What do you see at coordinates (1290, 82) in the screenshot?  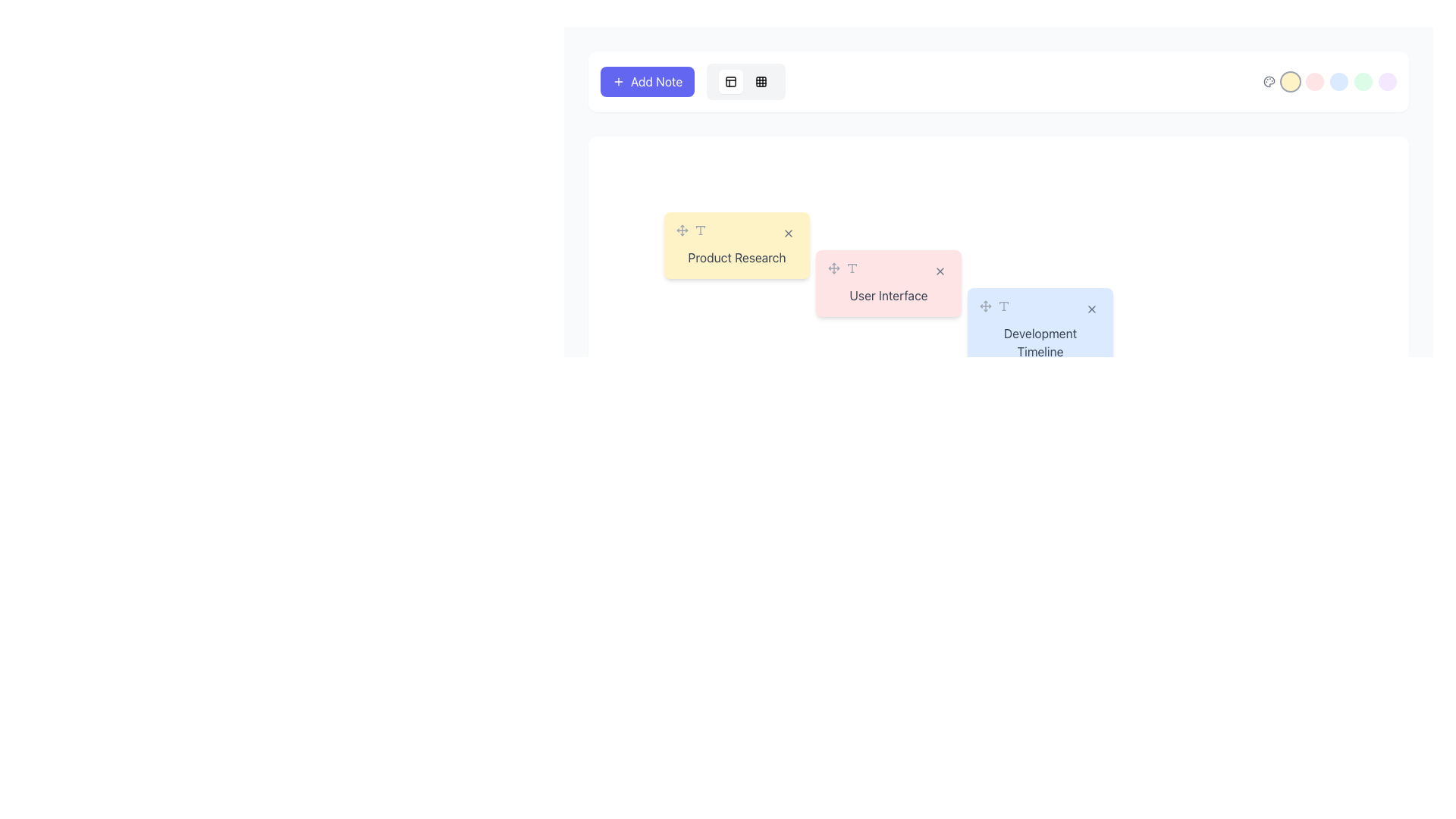 I see `the circular button with a light amber background located in the top-right section of the interface to trigger the hover effect` at bounding box center [1290, 82].